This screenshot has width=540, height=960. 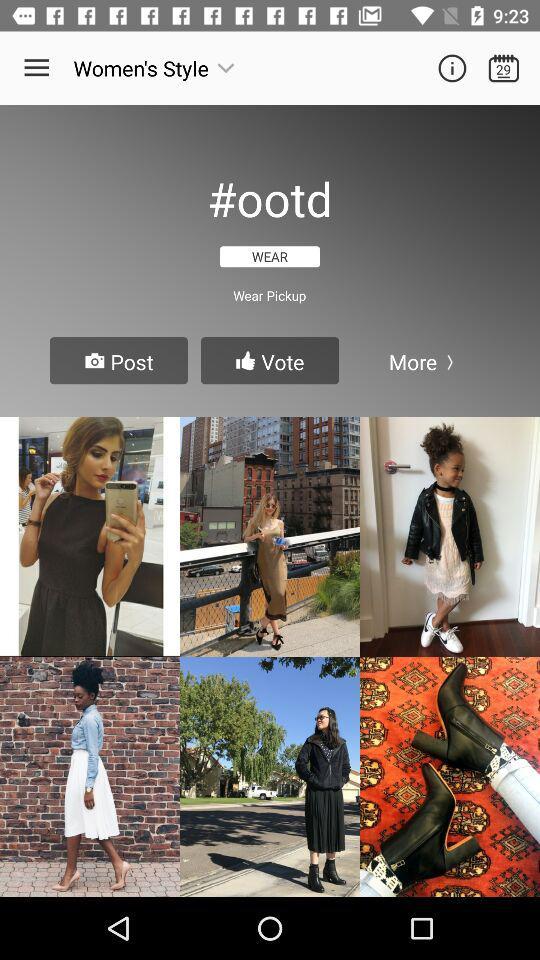 What do you see at coordinates (452, 68) in the screenshot?
I see `find out more information` at bounding box center [452, 68].